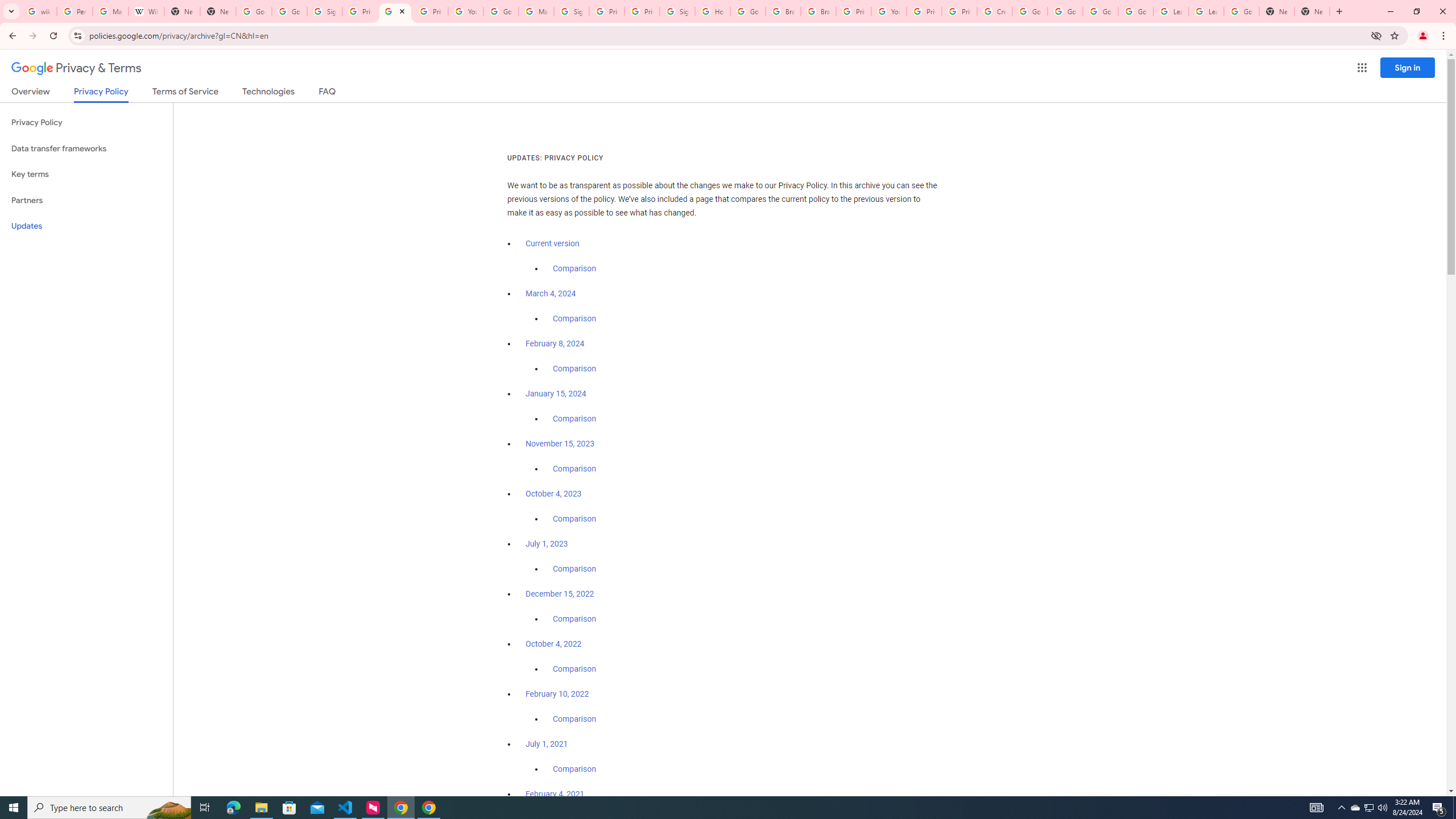  What do you see at coordinates (74, 11) in the screenshot?
I see `'Personalization & Google Search results - Google Search Help'` at bounding box center [74, 11].